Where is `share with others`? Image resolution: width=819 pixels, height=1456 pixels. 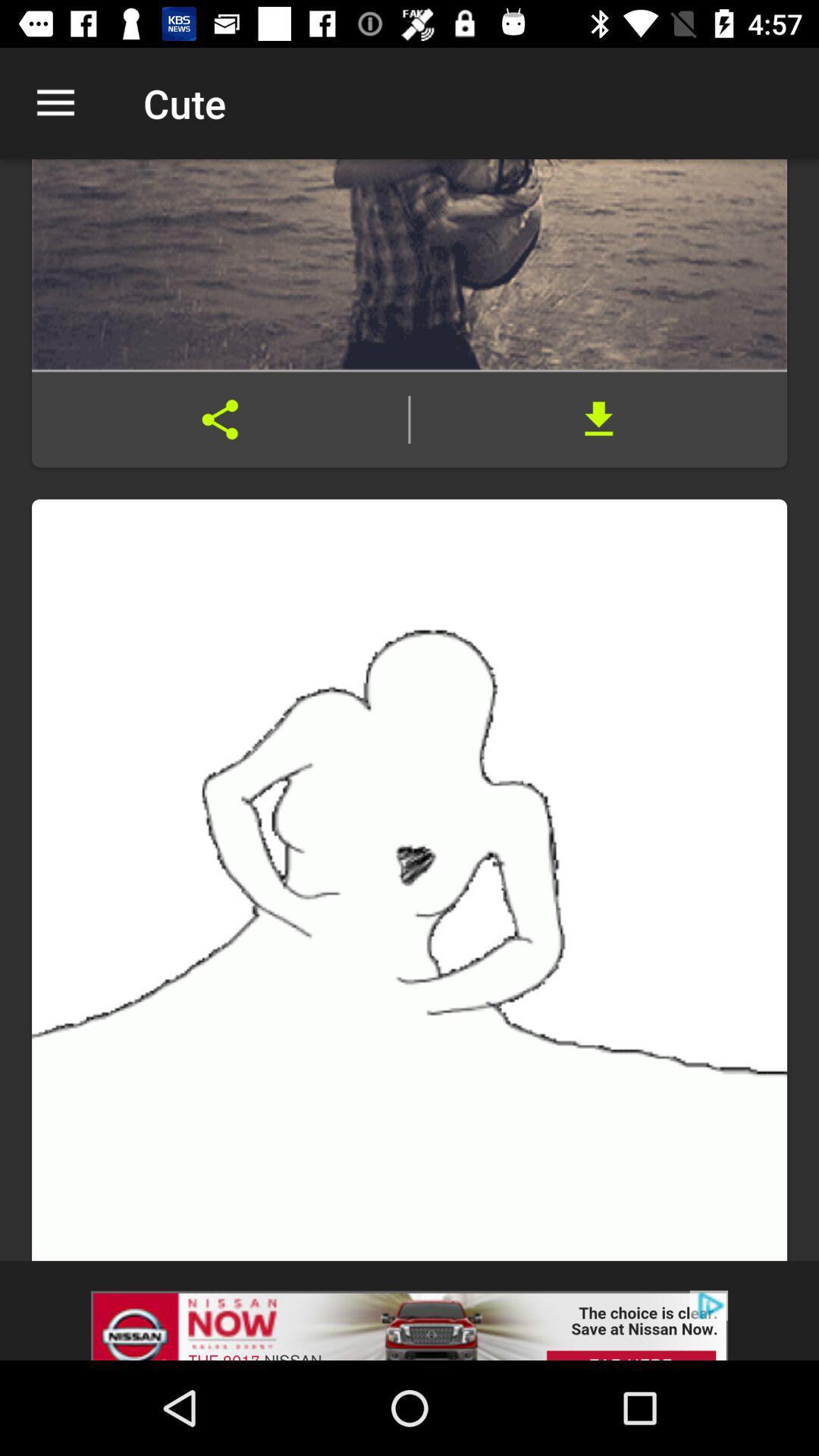 share with others is located at coordinates (220, 419).